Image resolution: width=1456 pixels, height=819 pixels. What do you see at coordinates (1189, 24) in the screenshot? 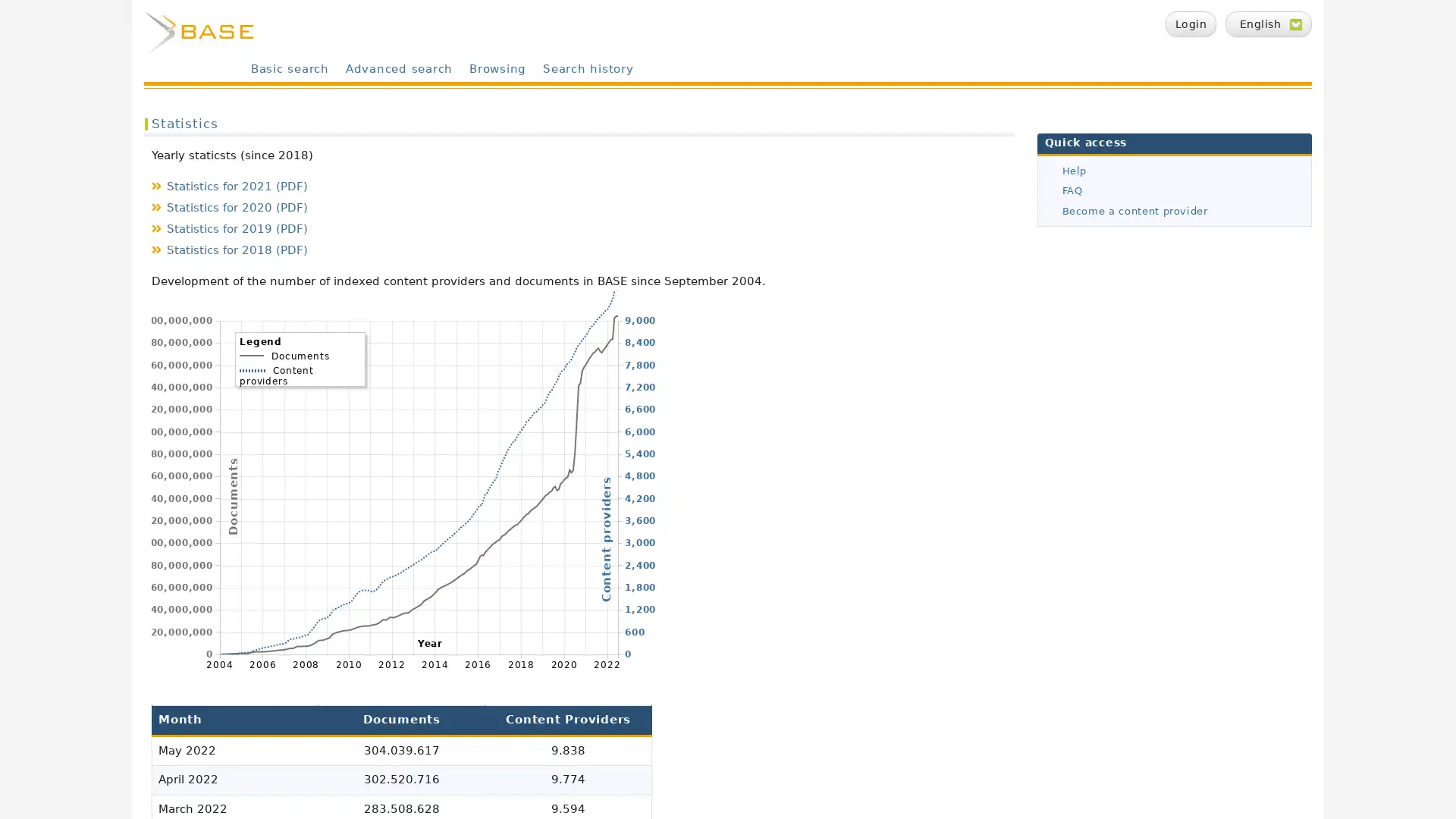
I see `Login` at bounding box center [1189, 24].